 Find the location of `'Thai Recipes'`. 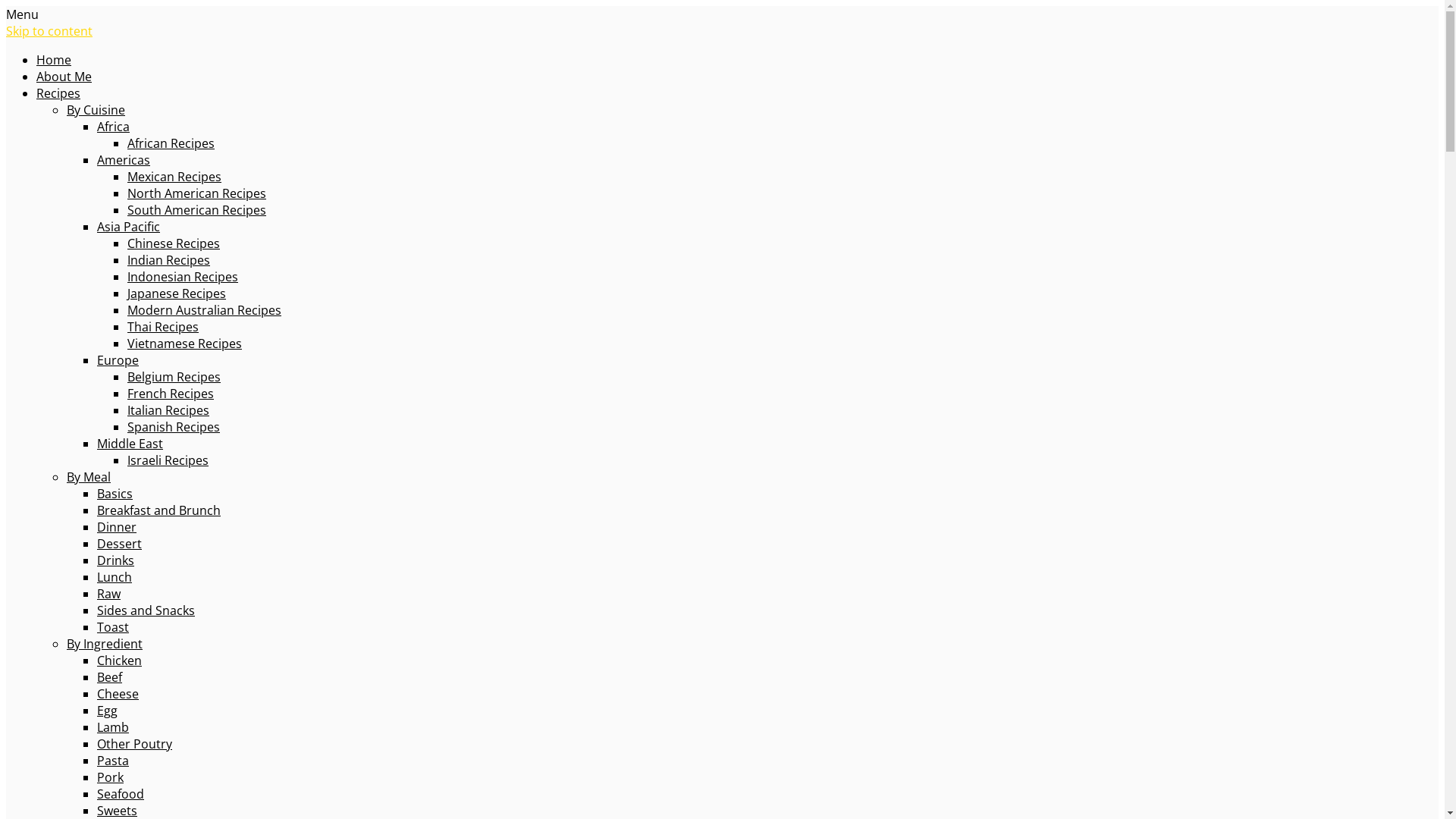

'Thai Recipes' is located at coordinates (127, 326).